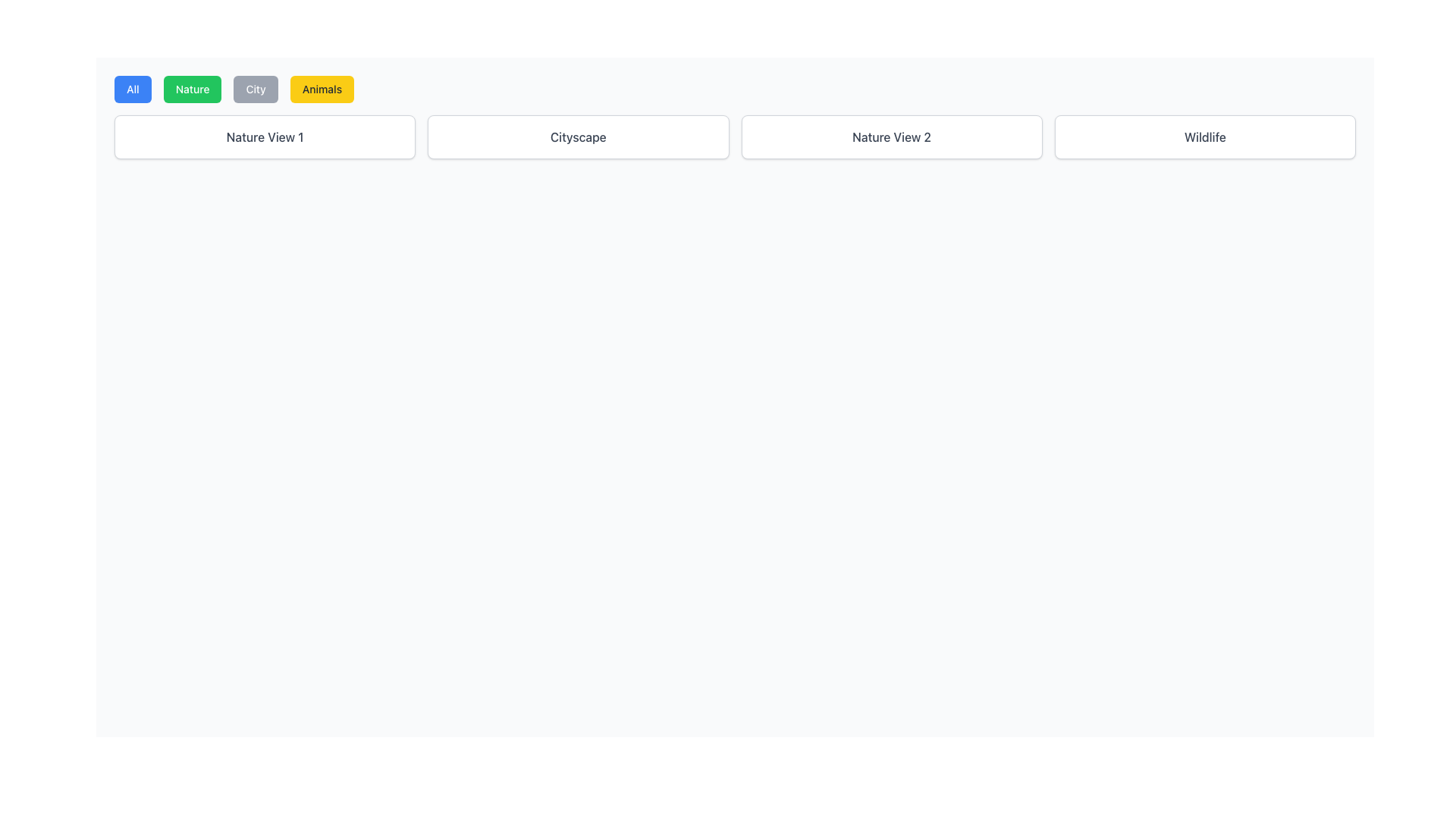  Describe the element at coordinates (1204, 137) in the screenshot. I see `the 'Wildlife' label, which is a rectangular panel with a white background and dark gray text, located in the fourth position of a horizontally aligned grid near the top of the interface` at that location.